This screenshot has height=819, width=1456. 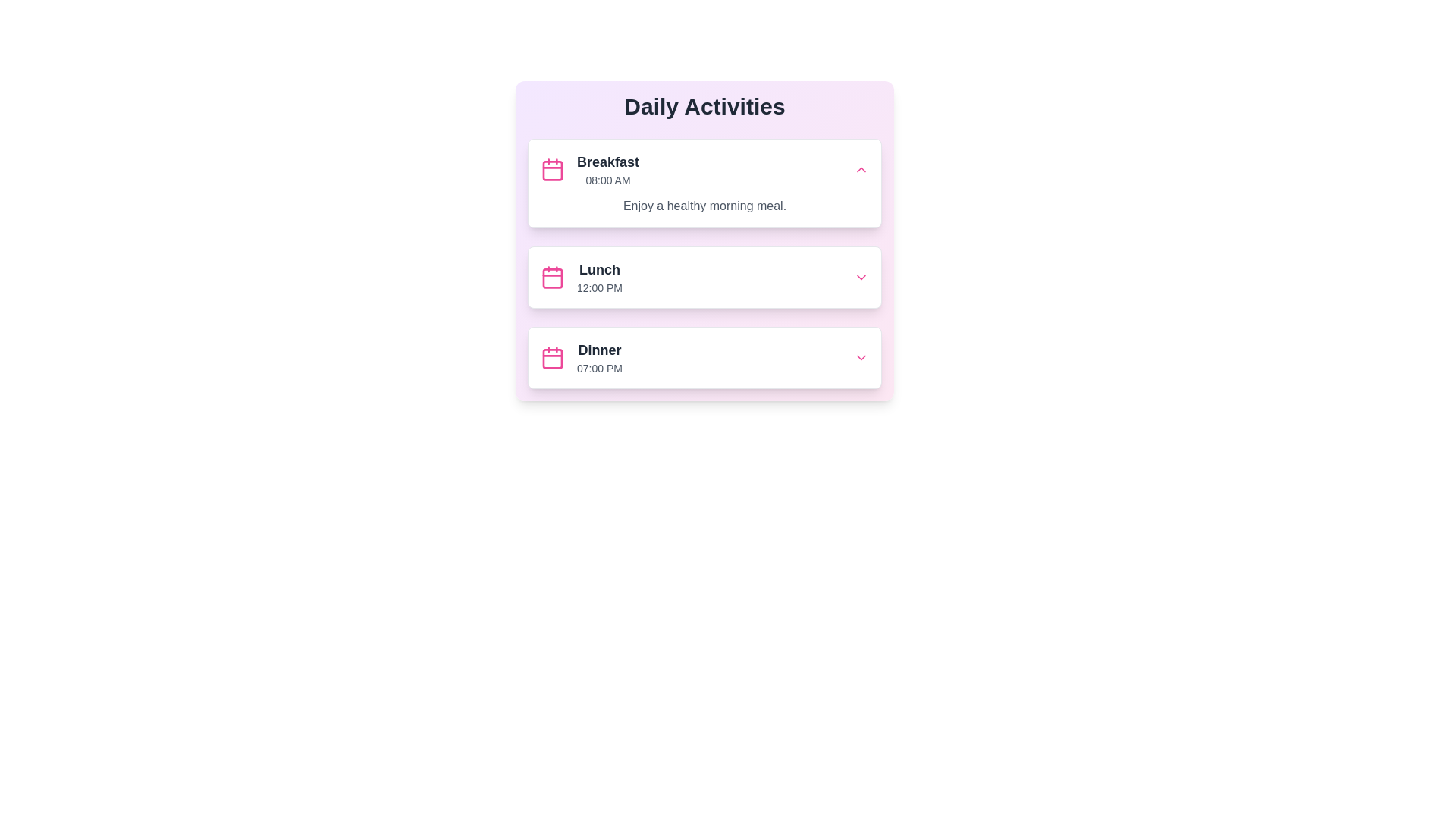 I want to click on the rounded rectangle icon component within the calendar icon, which has a pink border and no filler text or graphics, so click(x=552, y=278).